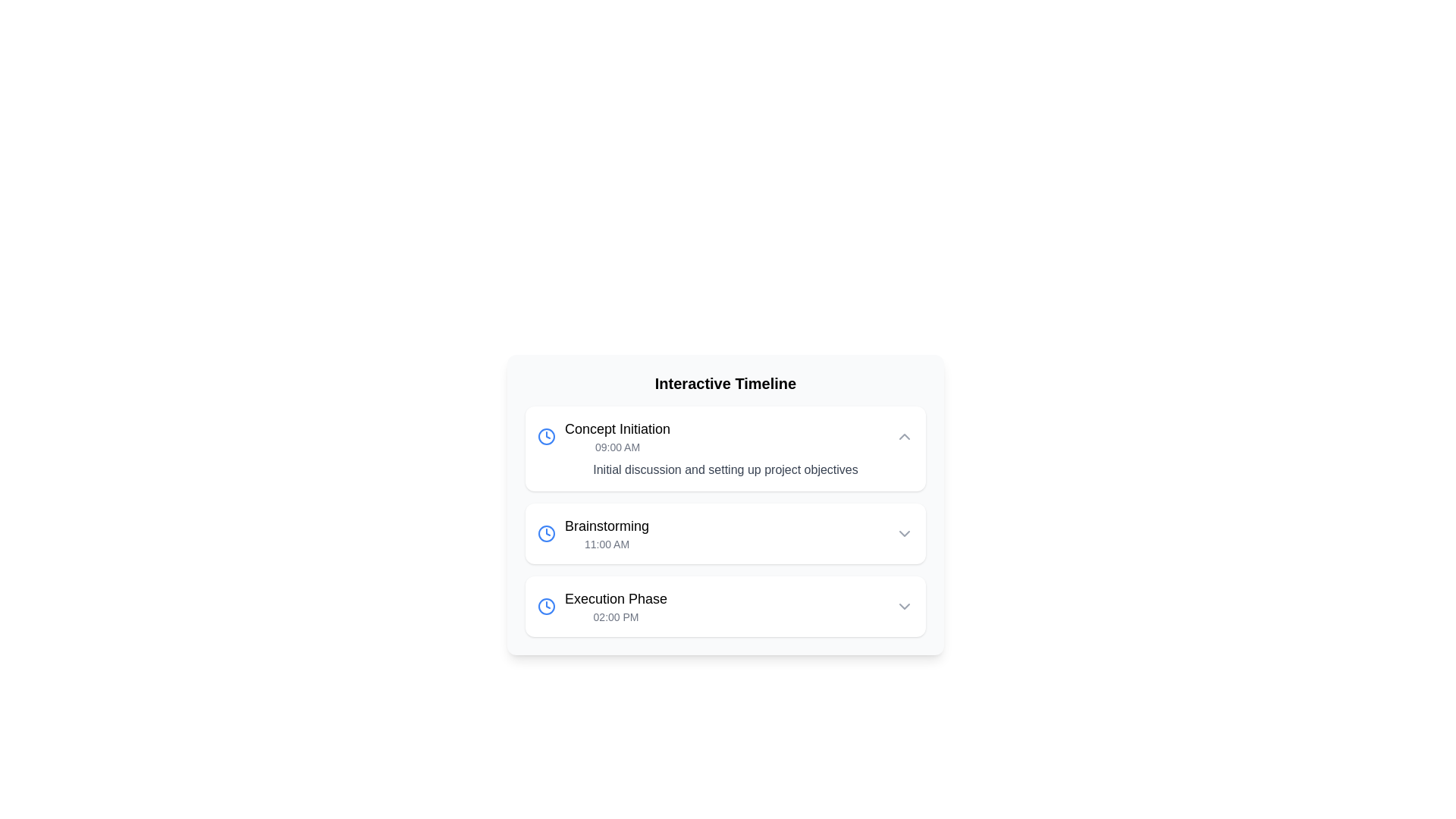 This screenshot has height=819, width=1456. What do you see at coordinates (617, 429) in the screenshot?
I see `the title text label in the interactive timeline, which provides a quick understanding of the event's nature and is located to the right of the clock icon, above the subtitle showing the time '09:00 AM'` at bounding box center [617, 429].